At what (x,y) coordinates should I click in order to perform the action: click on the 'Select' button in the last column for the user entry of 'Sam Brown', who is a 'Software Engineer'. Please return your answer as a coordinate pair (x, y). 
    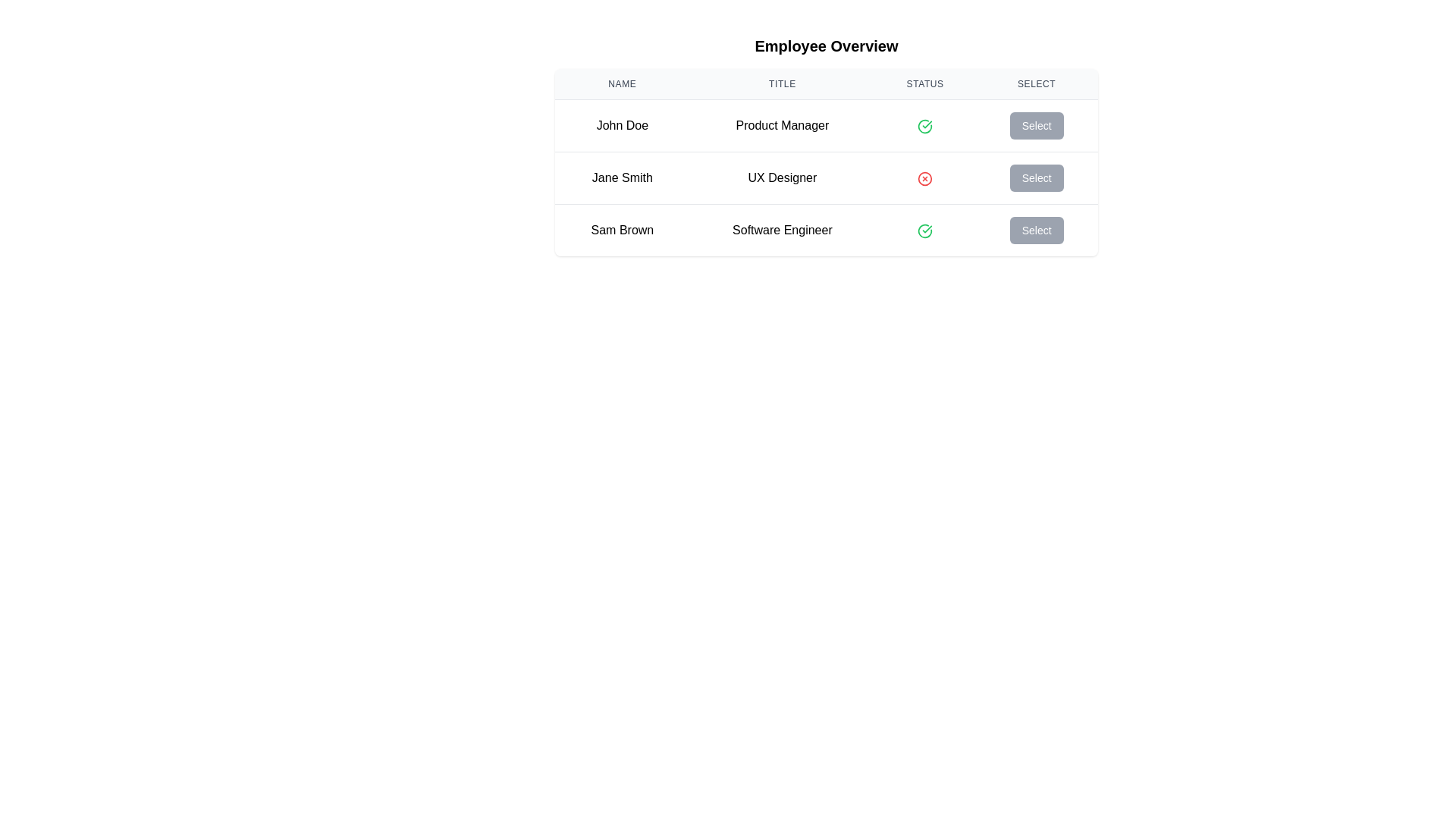
    Looking at the image, I should click on (1036, 230).